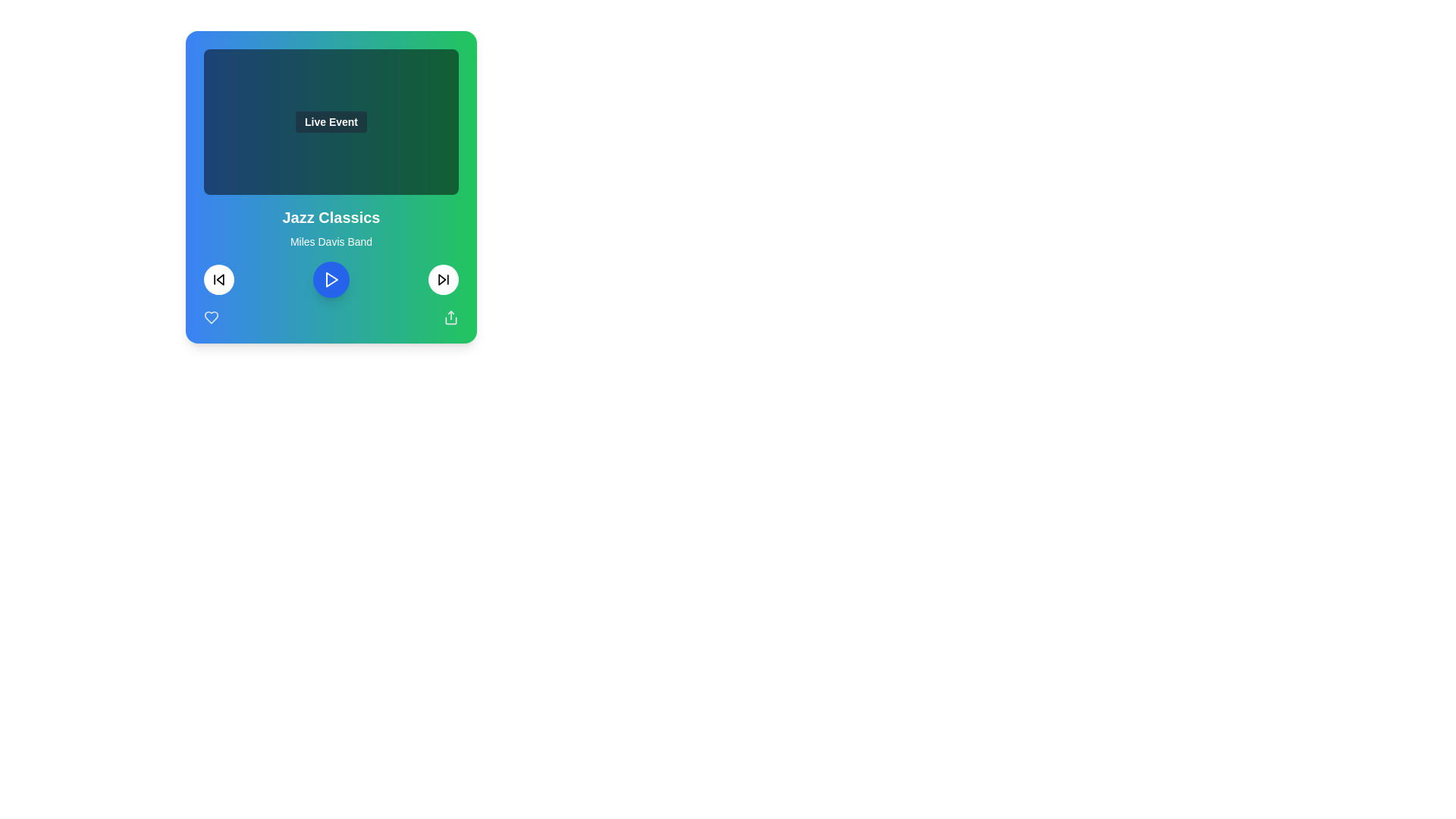 This screenshot has width=1456, height=819. I want to click on the semi-transparent black rectangular overlay that contains the highlighted text 'Live Event', which is centered within a gradient background transitioning from blue to green, positioned above 'Jazz Classics' and 'Miles Davis Band', so click(330, 121).